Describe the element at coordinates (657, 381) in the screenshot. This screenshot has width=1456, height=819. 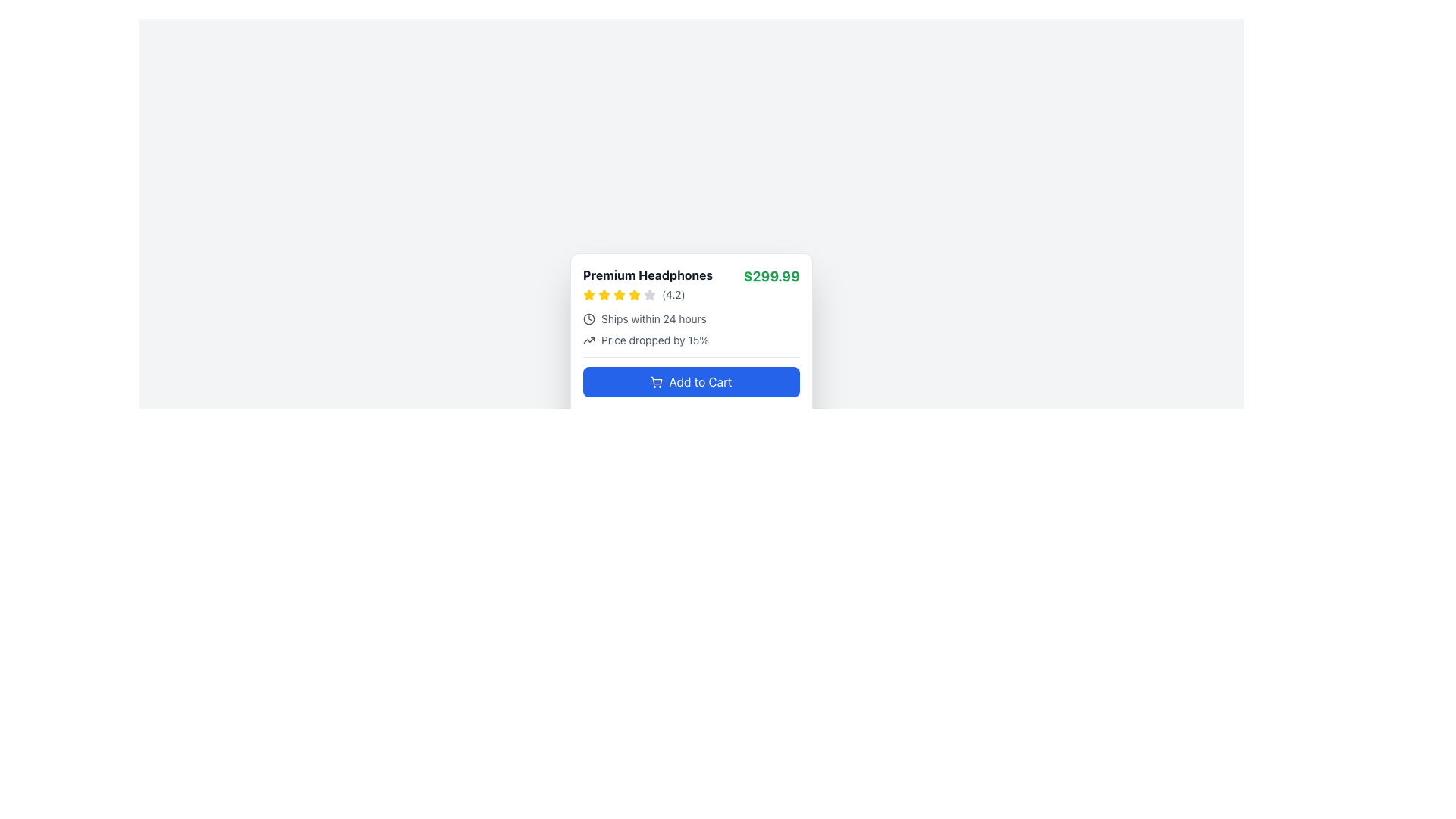
I see `the shopping cart icon located to the left of the 'Add to Cart' button` at that location.